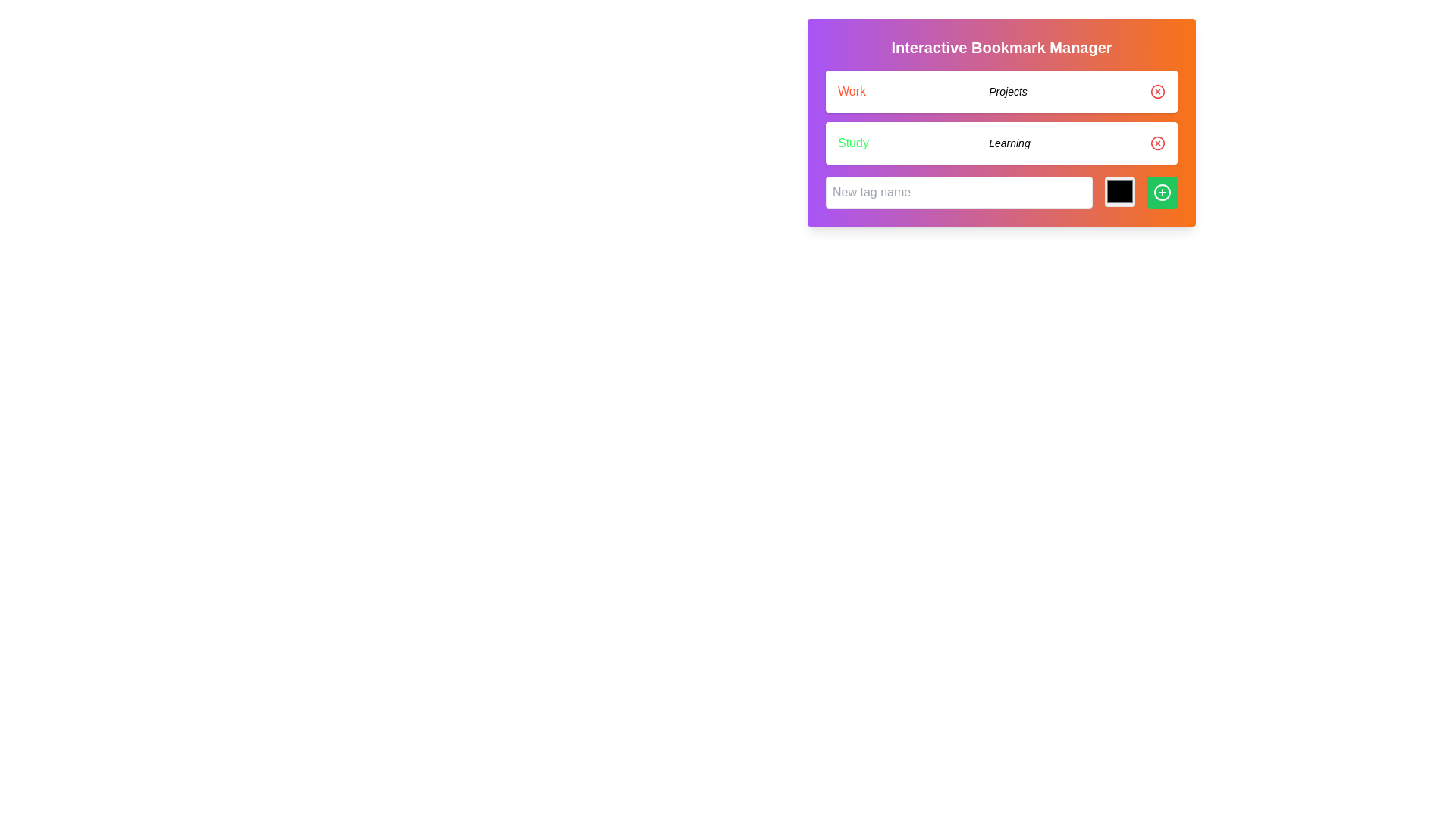 Image resolution: width=1456 pixels, height=819 pixels. I want to click on the circular plus sign element outlined within the 'Add' button area located on the right side of the application panel, so click(1161, 192).